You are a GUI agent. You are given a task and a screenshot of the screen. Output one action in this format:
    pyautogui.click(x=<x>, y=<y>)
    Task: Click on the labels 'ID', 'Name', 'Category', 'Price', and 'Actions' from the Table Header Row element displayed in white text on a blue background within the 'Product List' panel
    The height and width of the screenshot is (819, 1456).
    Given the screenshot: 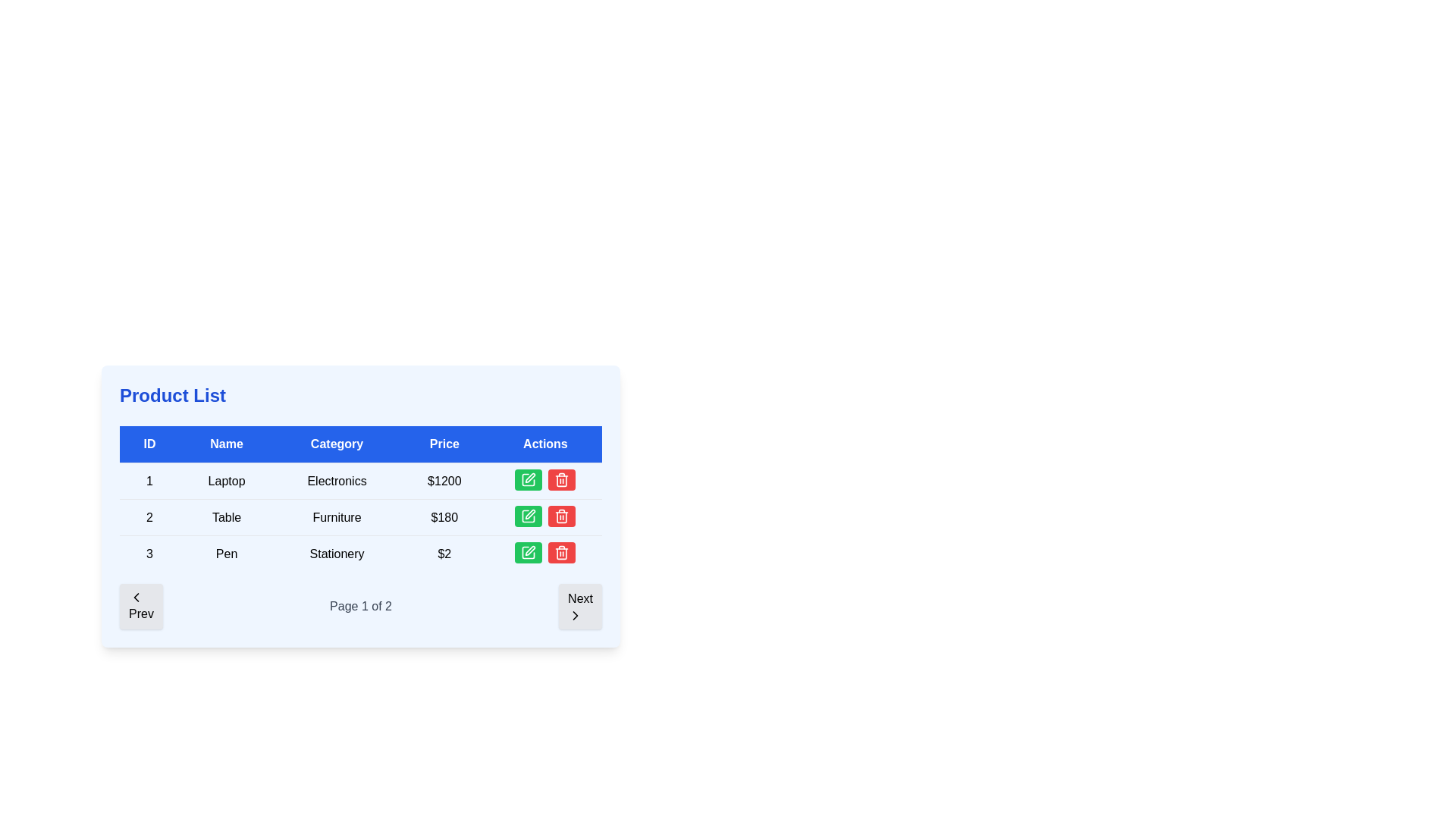 What is the action you would take?
    pyautogui.click(x=359, y=444)
    